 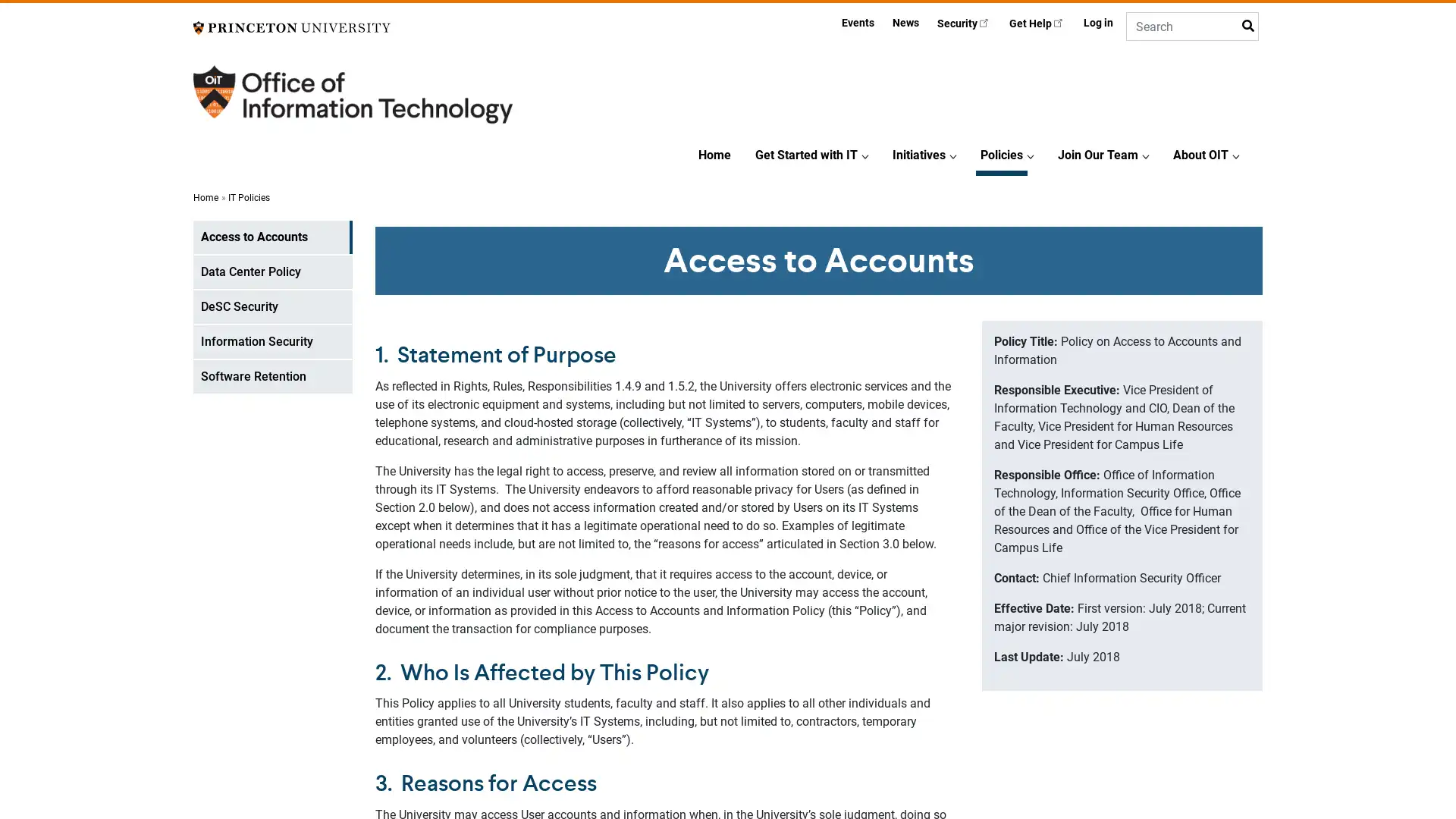 What do you see at coordinates (1236, 156) in the screenshot?
I see `About OITSubmenu` at bounding box center [1236, 156].